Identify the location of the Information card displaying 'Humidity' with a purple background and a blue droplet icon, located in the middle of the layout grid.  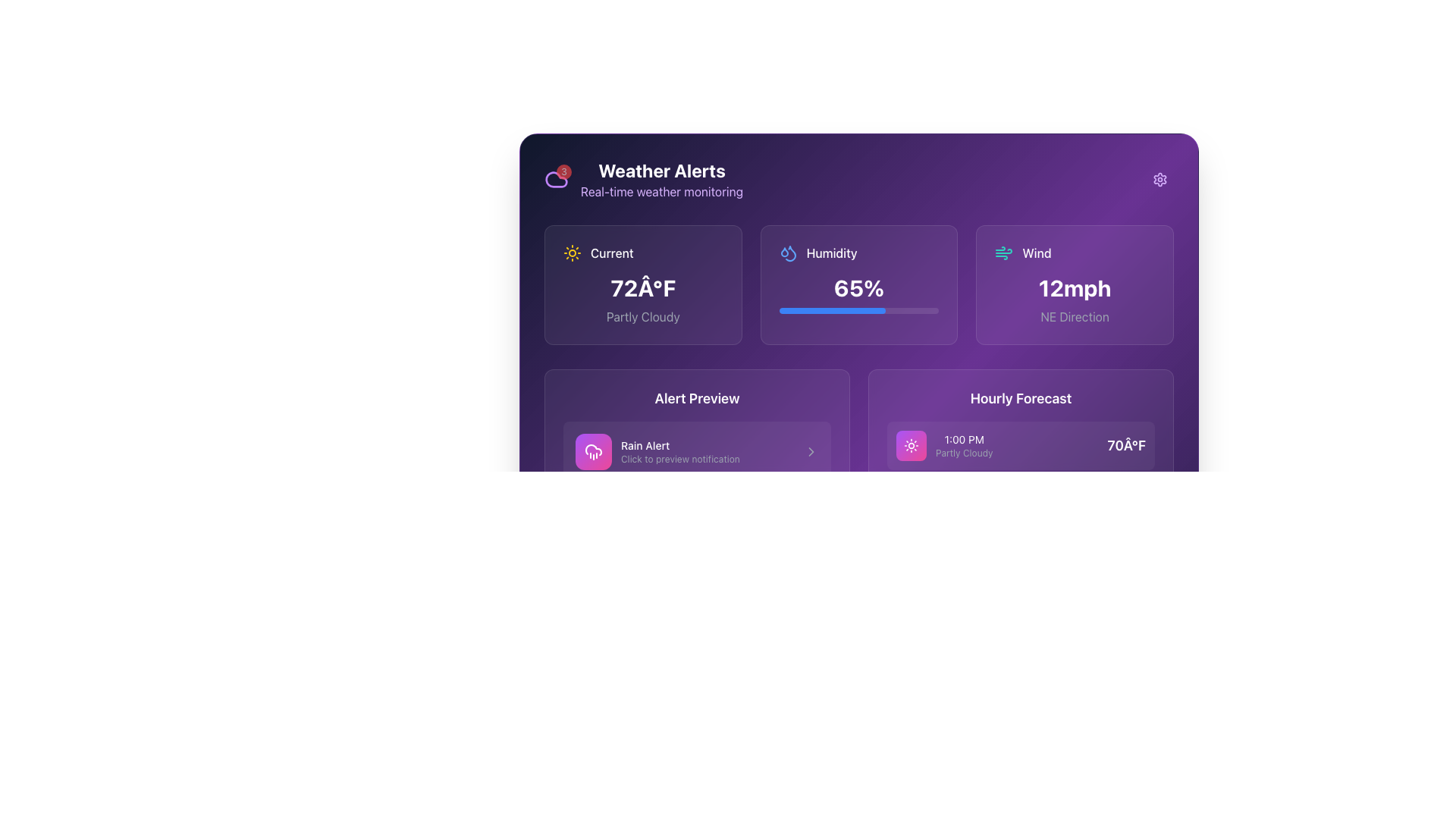
(858, 284).